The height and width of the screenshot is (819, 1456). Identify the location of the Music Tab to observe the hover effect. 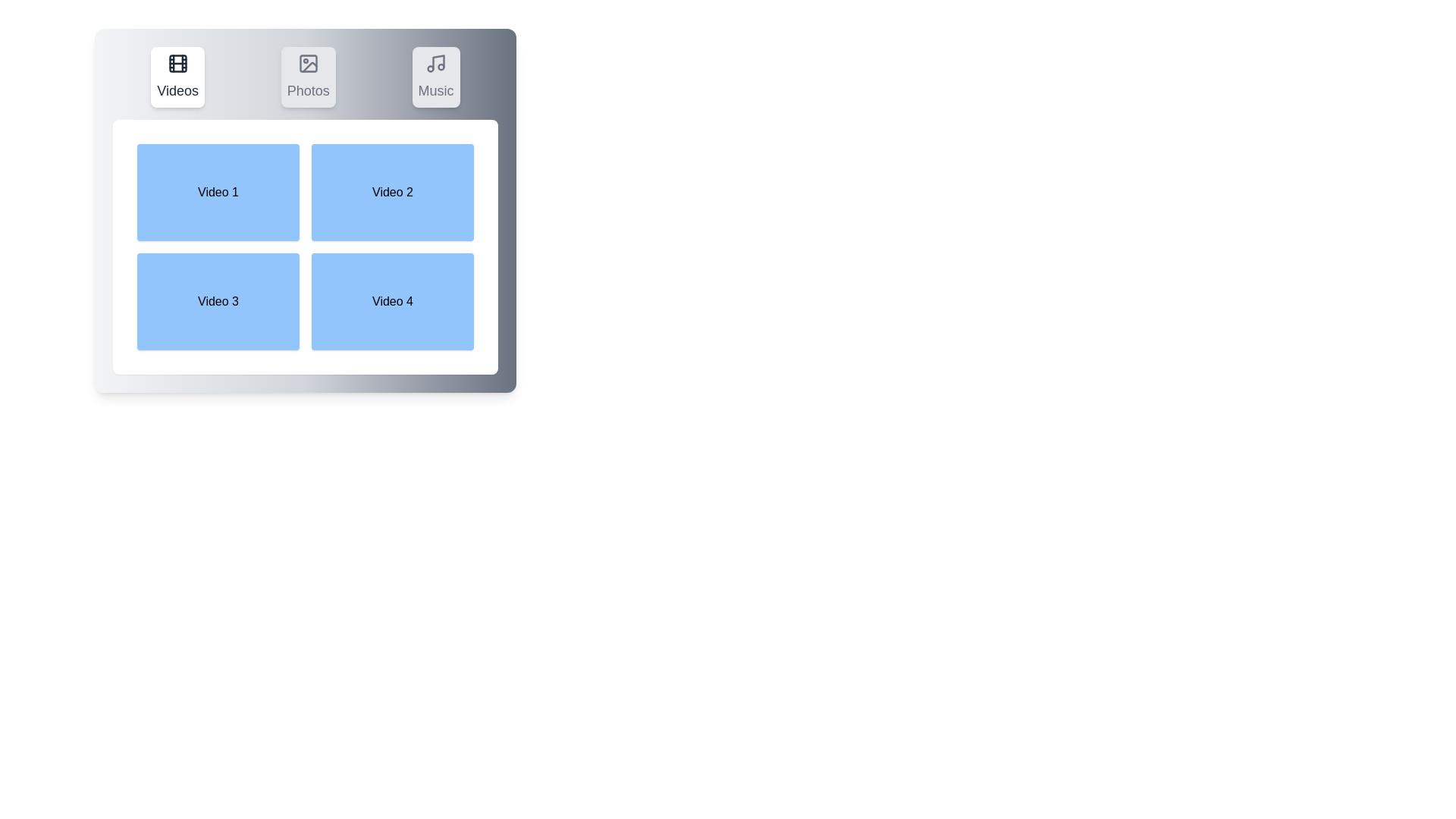
(435, 77).